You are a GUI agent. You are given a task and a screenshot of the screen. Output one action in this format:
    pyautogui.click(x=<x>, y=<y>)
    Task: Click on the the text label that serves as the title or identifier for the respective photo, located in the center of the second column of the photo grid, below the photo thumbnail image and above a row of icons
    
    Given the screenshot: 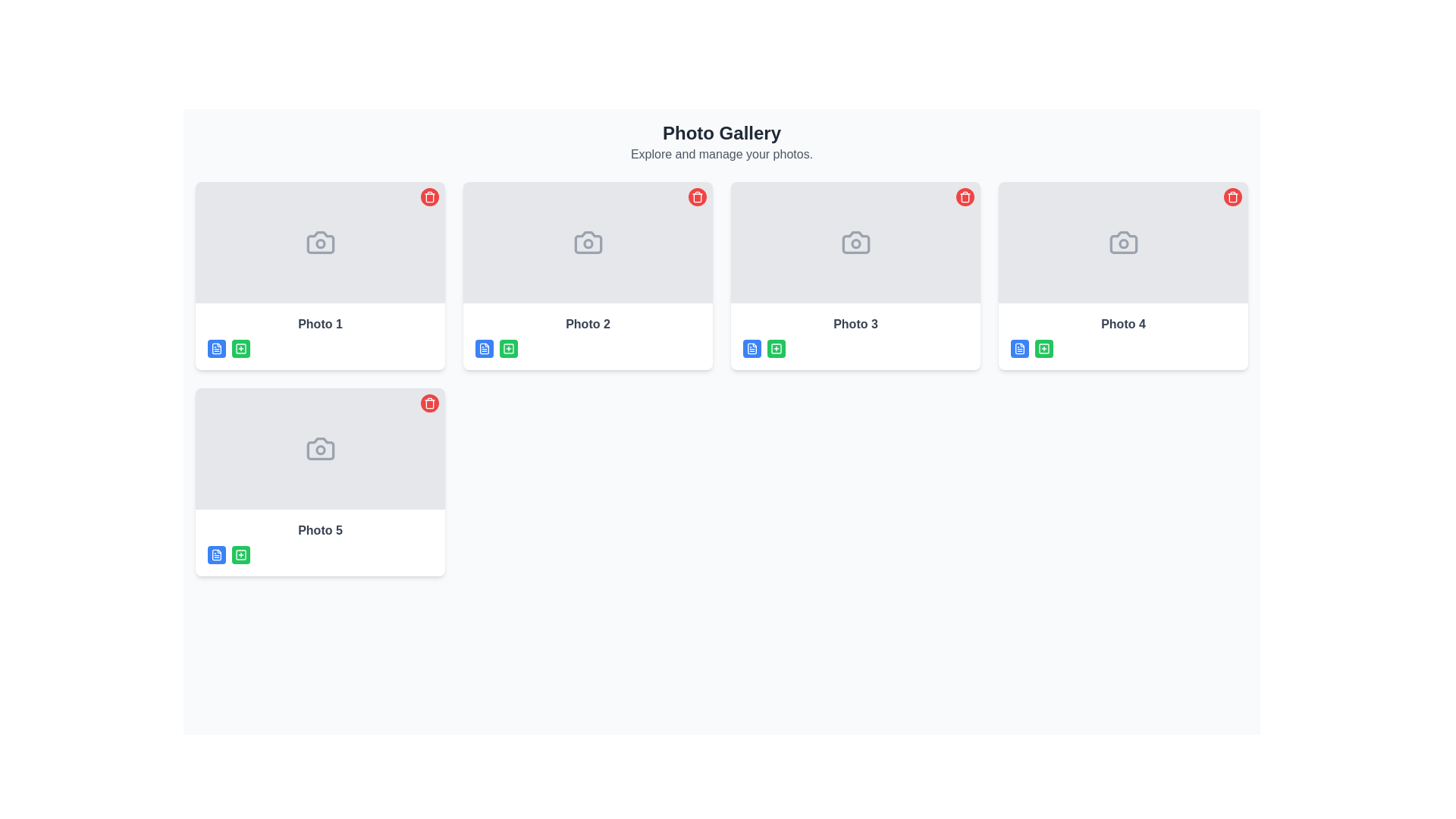 What is the action you would take?
    pyautogui.click(x=587, y=324)
    